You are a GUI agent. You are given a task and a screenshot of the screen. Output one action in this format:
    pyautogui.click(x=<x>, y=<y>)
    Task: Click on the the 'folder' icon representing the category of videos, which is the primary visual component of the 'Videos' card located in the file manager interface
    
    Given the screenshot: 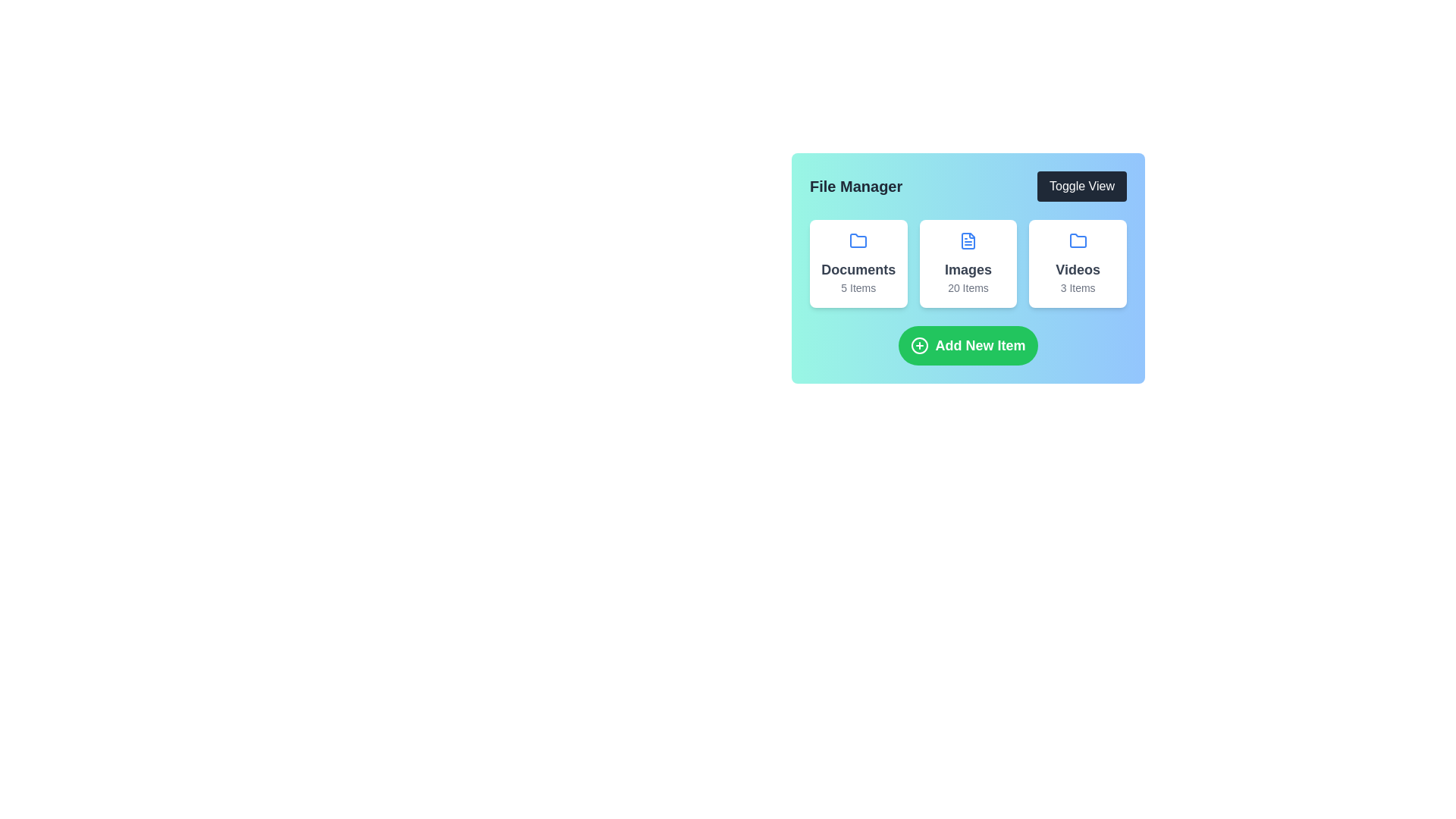 What is the action you would take?
    pyautogui.click(x=1077, y=240)
    